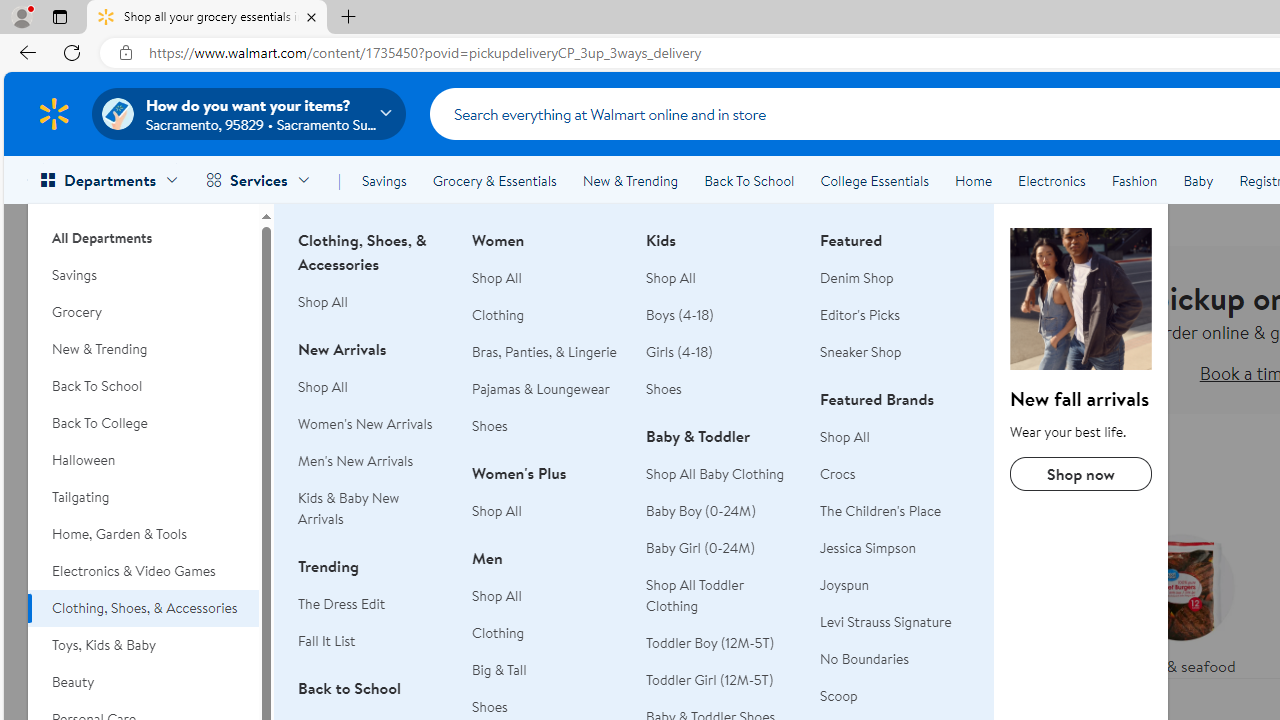  I want to click on 'Jessica Simpson', so click(894, 548).